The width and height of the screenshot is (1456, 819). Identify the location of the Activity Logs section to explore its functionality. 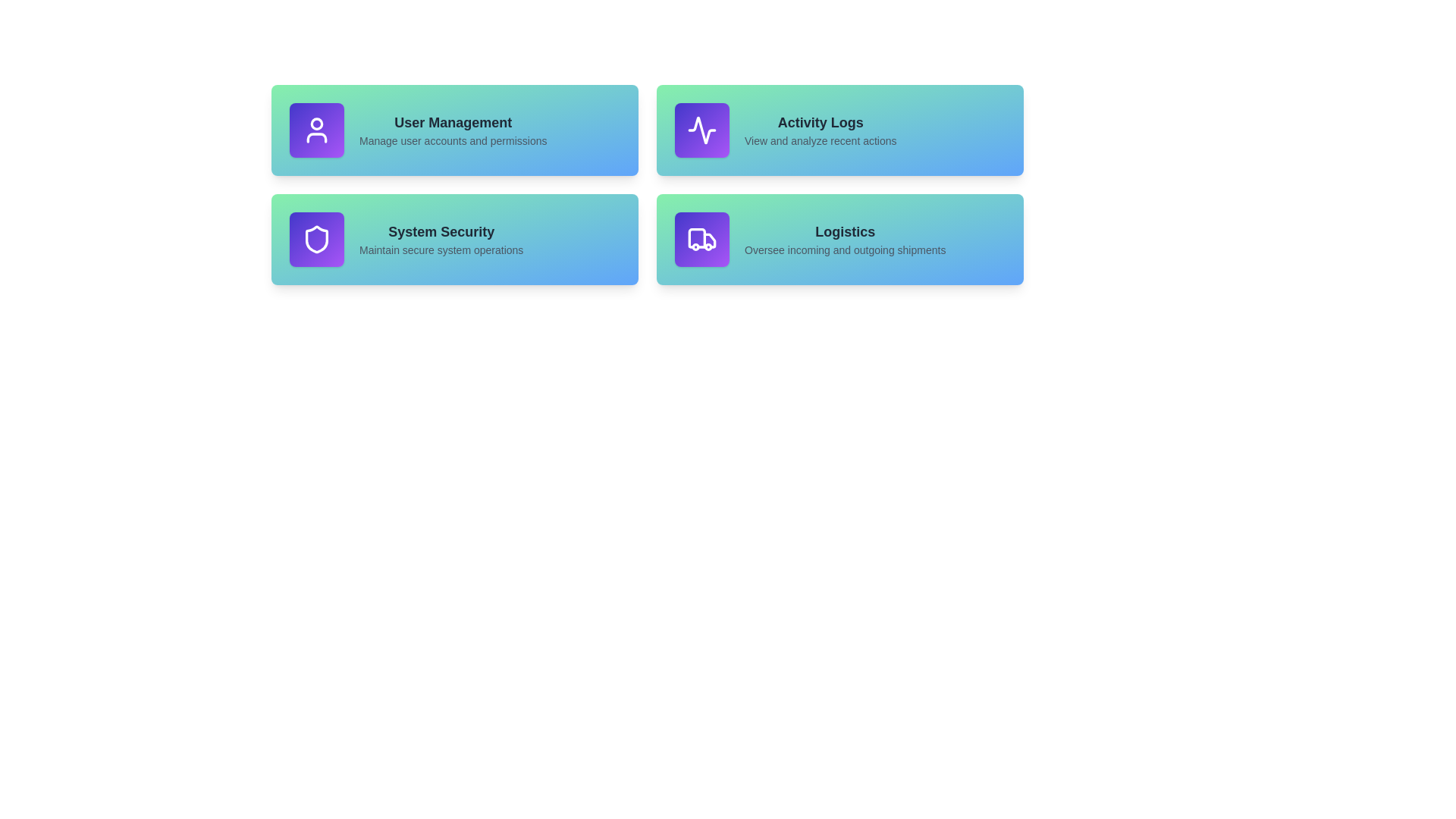
(839, 130).